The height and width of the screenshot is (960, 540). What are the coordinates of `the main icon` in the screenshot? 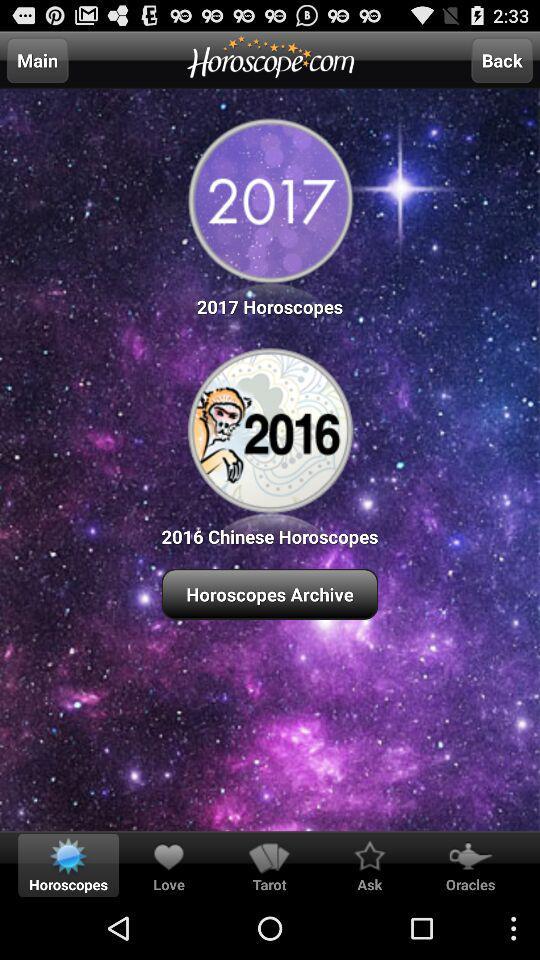 It's located at (37, 59).